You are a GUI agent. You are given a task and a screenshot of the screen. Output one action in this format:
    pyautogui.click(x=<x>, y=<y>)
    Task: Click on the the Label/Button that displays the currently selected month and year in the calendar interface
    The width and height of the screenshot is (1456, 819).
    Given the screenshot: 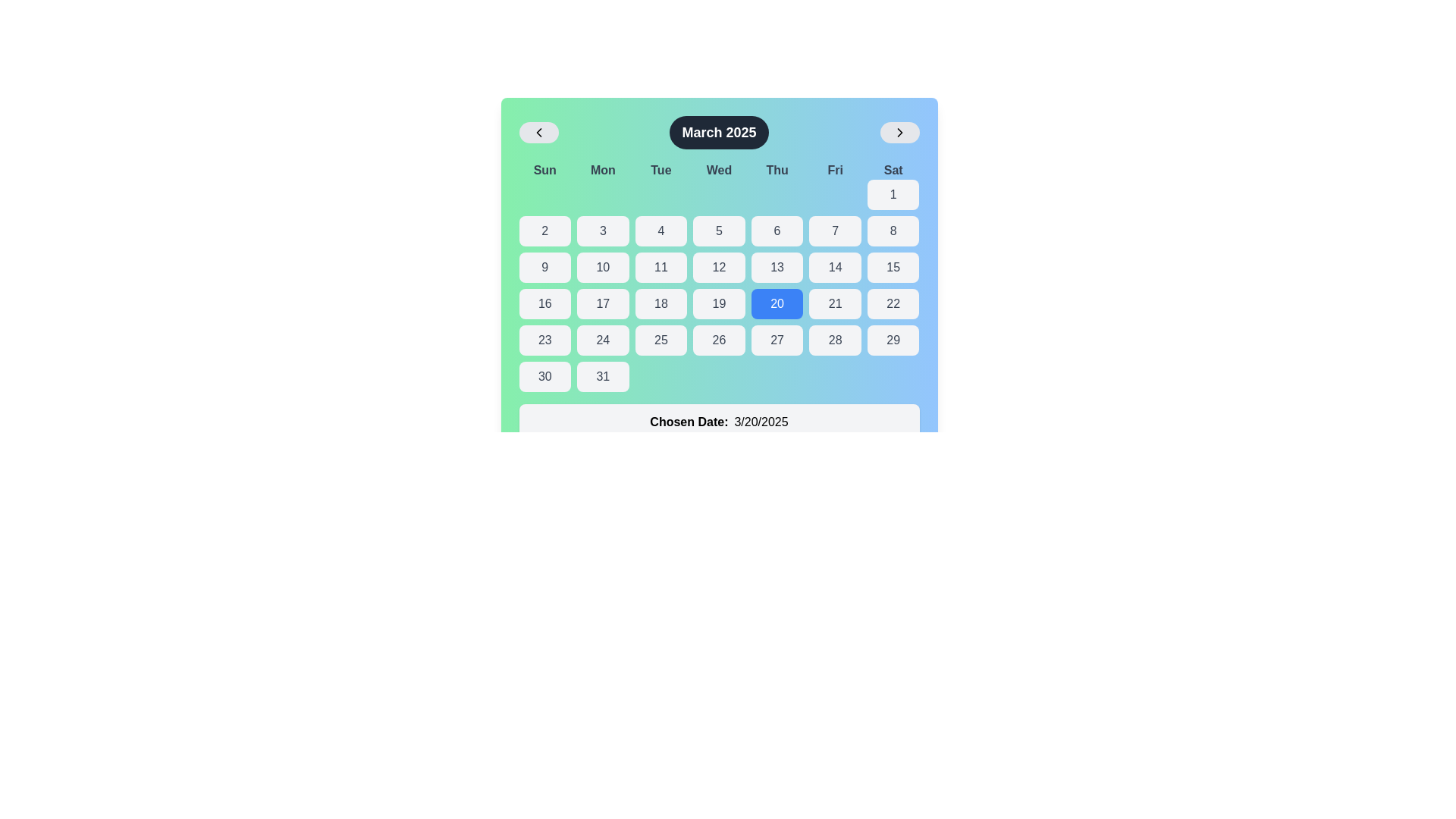 What is the action you would take?
    pyautogui.click(x=718, y=131)
    